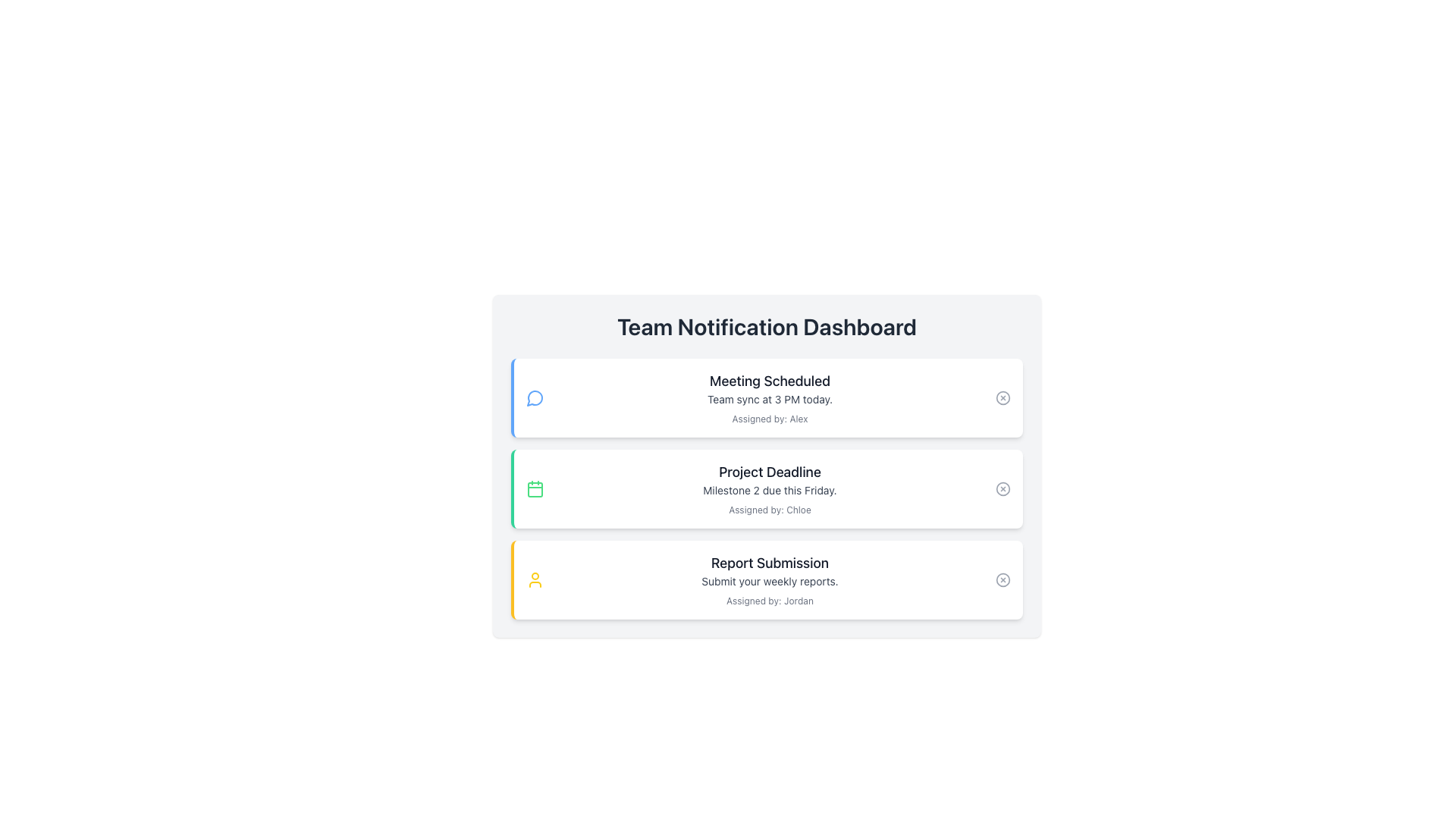 The height and width of the screenshot is (819, 1456). What do you see at coordinates (1003, 579) in the screenshot?
I see `SVG circle element that represents a 'close' or 'remove' action in the bottom-right corner of the 'Report Submission' notification card` at bounding box center [1003, 579].